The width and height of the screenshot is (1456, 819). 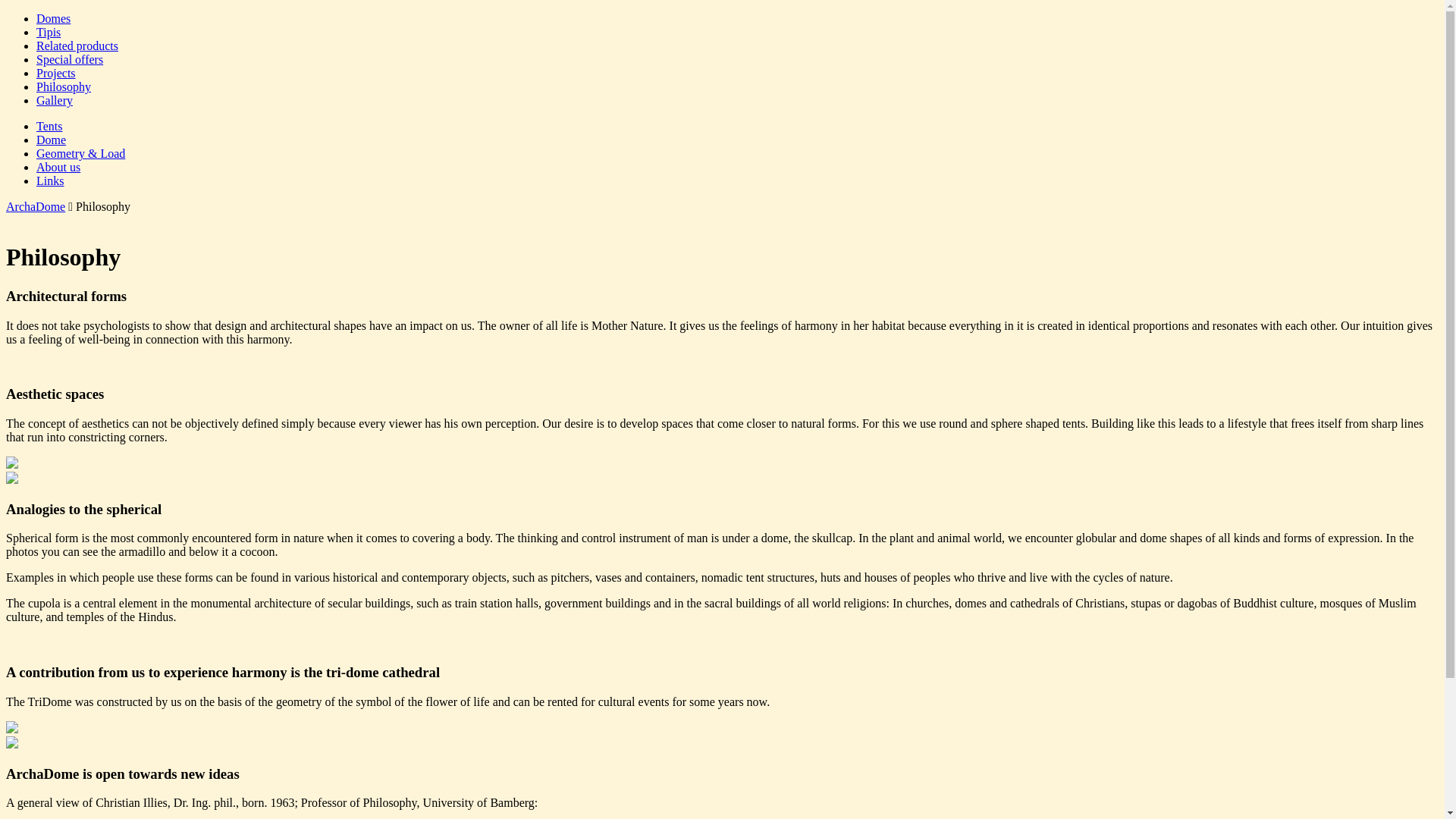 What do you see at coordinates (36, 58) in the screenshot?
I see `'Special offers'` at bounding box center [36, 58].